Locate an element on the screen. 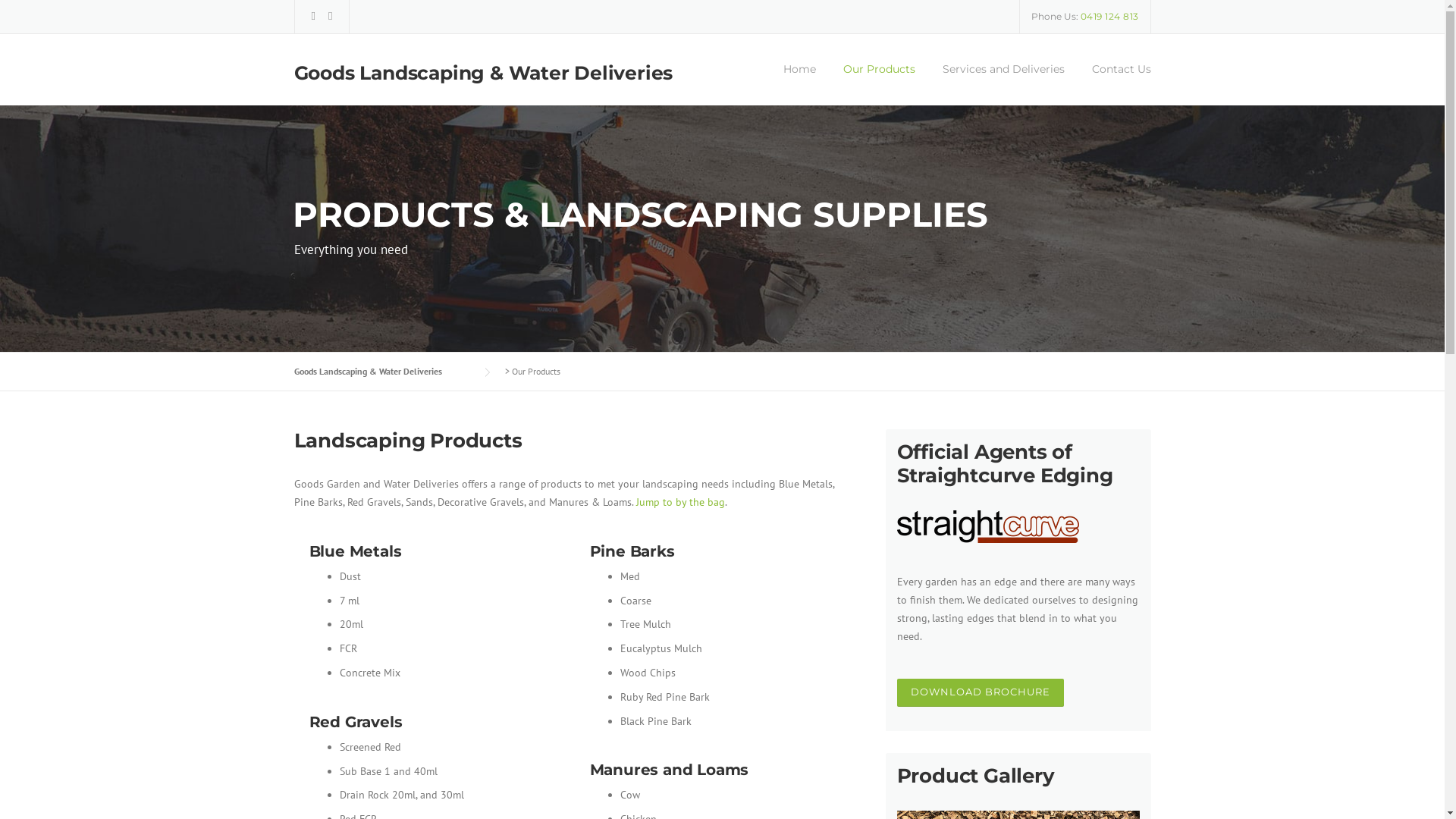 Image resolution: width=1456 pixels, height=819 pixels. 'Contact Us' is located at coordinates (1077, 83).